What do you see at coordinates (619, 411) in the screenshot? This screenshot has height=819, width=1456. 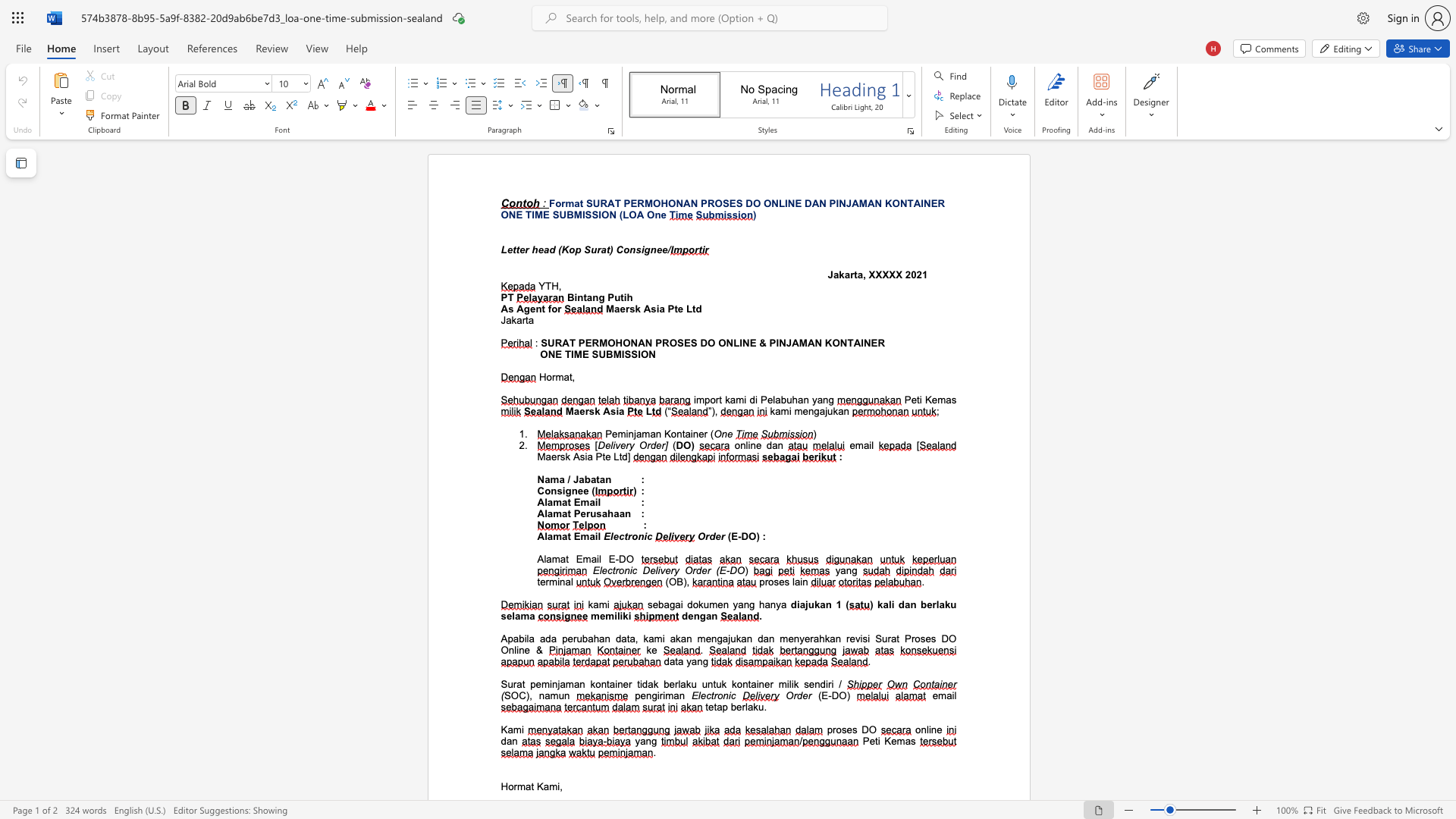 I see `the space between the continuous character "i" and "a" in the text` at bounding box center [619, 411].